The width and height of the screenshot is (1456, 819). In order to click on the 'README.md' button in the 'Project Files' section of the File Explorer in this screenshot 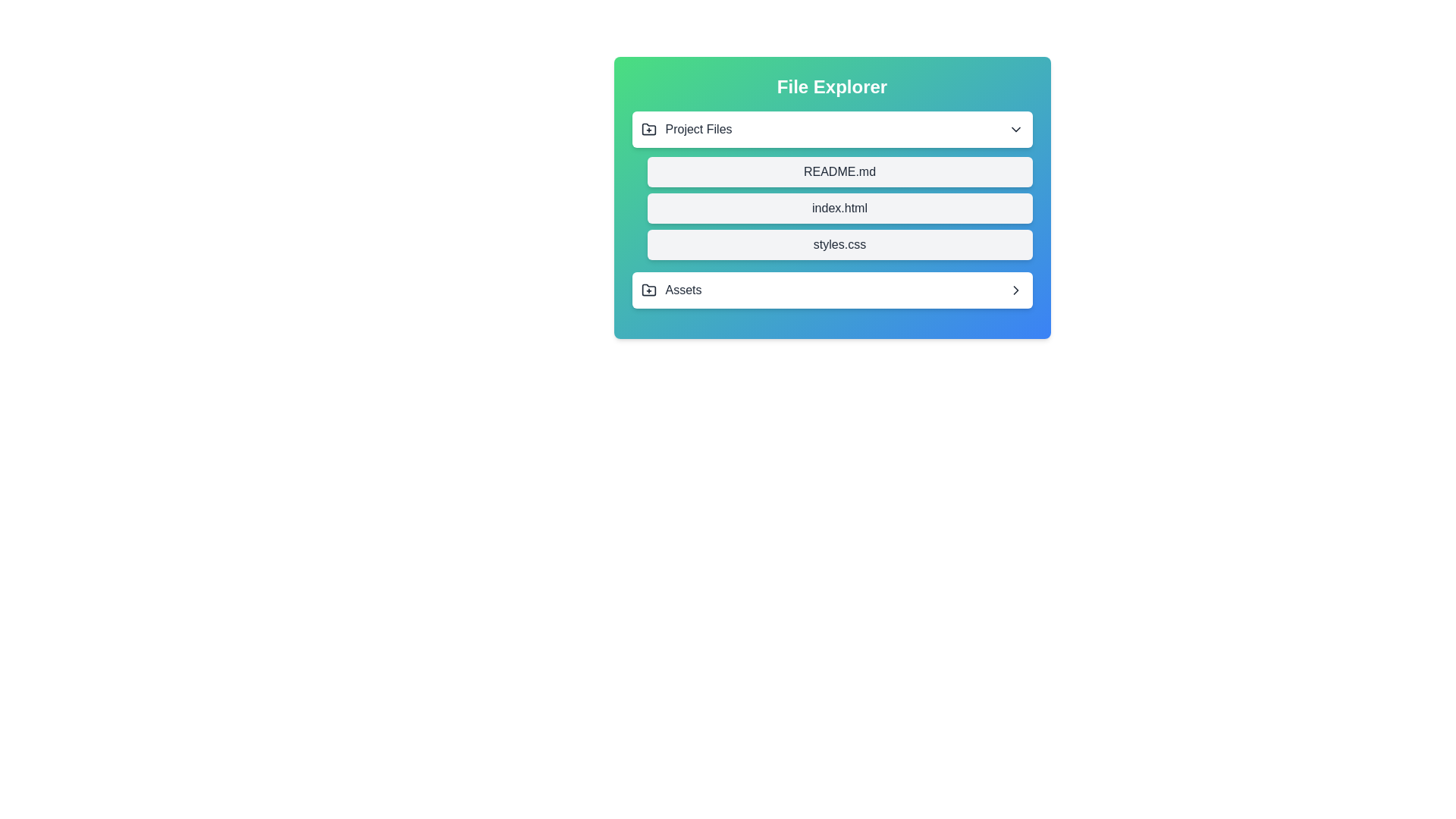, I will do `click(839, 171)`.